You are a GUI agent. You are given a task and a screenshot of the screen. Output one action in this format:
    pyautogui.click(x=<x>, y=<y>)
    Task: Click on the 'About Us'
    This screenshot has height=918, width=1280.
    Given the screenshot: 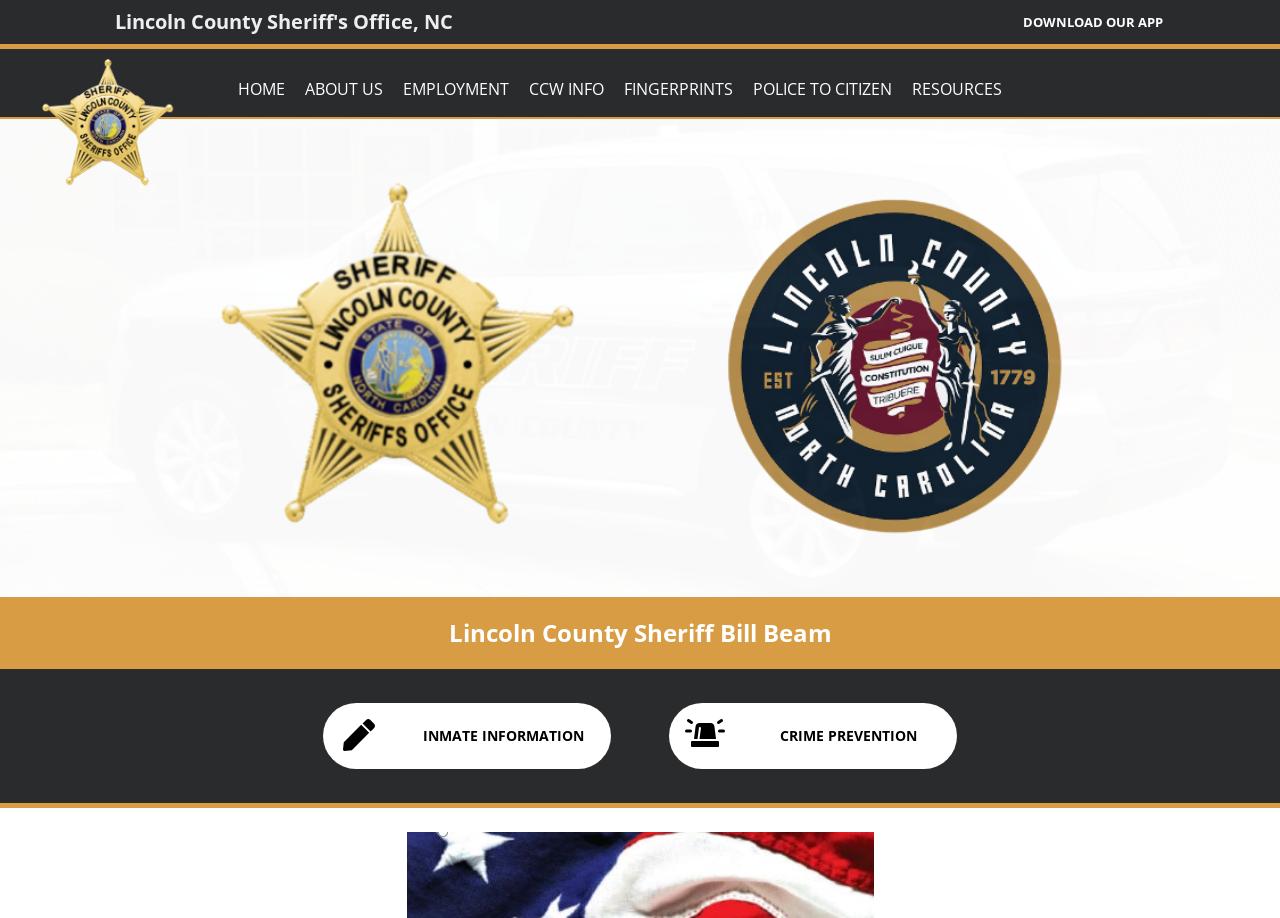 What is the action you would take?
    pyautogui.click(x=304, y=87)
    